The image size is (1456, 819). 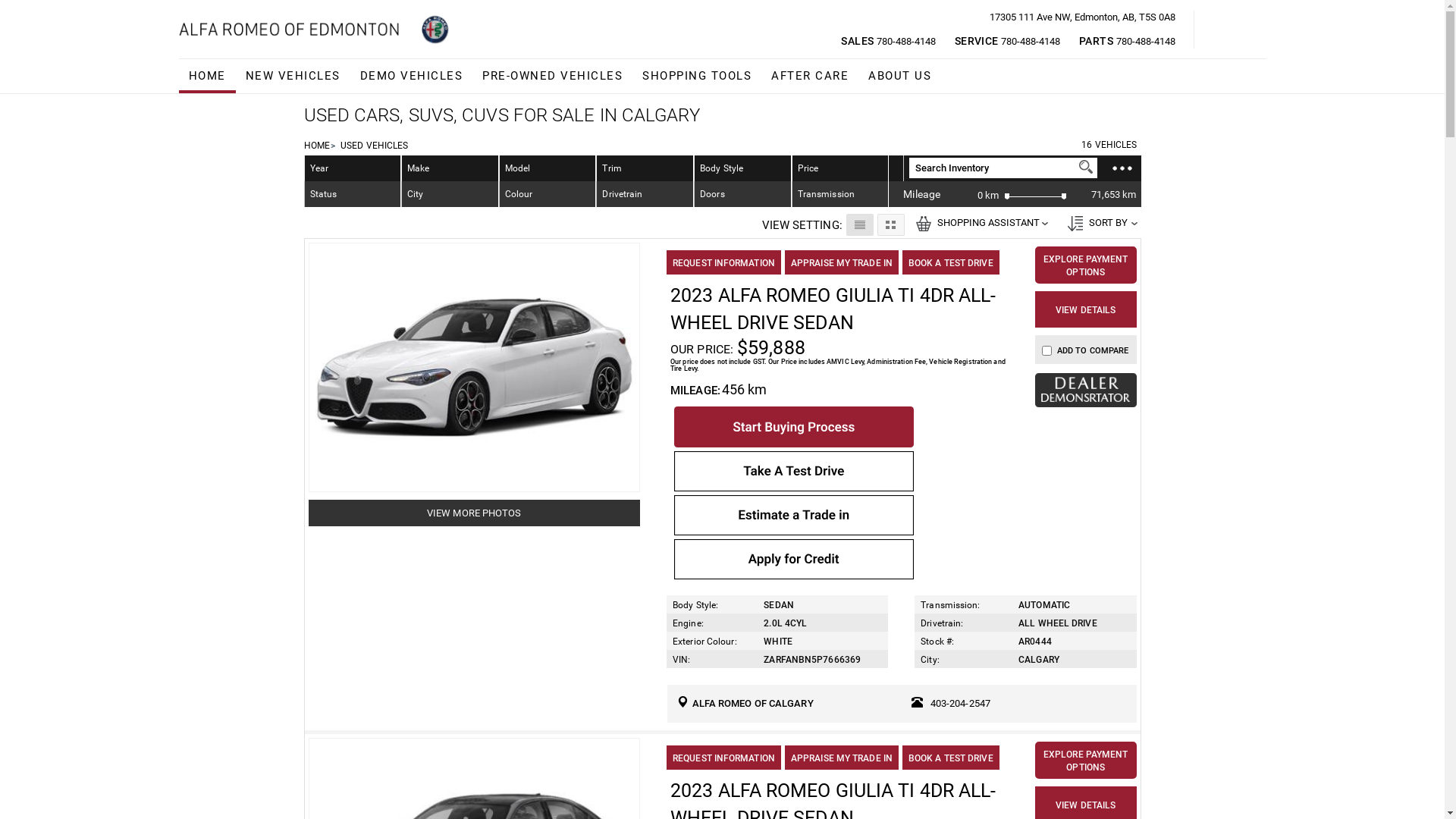 What do you see at coordinates (234, 76) in the screenshot?
I see `'NEW VEHICLES'` at bounding box center [234, 76].